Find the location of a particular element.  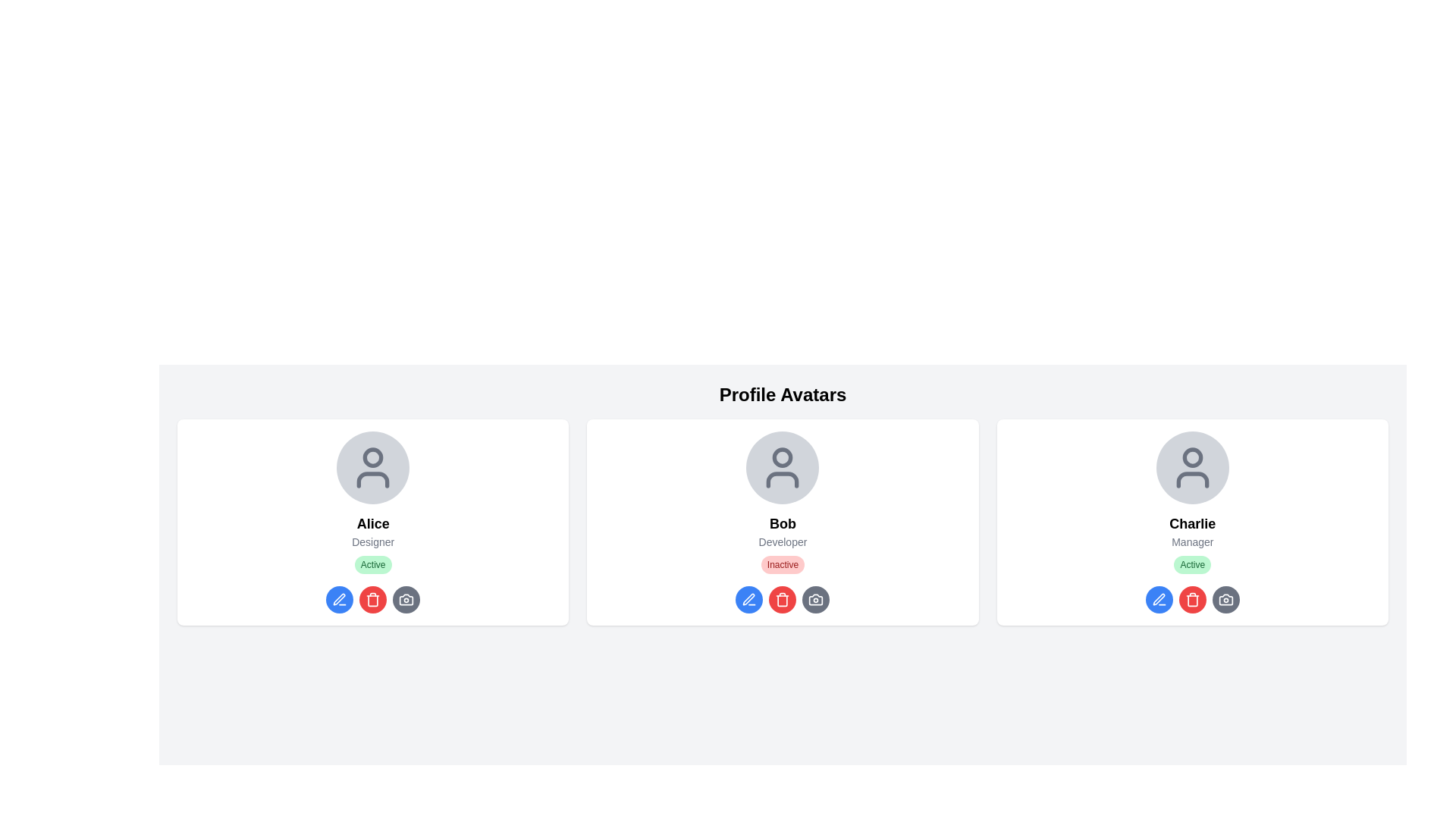

the upper circular part of the user avatar icon representing Charlie's head, located in the rightmost profile section is located at coordinates (1191, 457).